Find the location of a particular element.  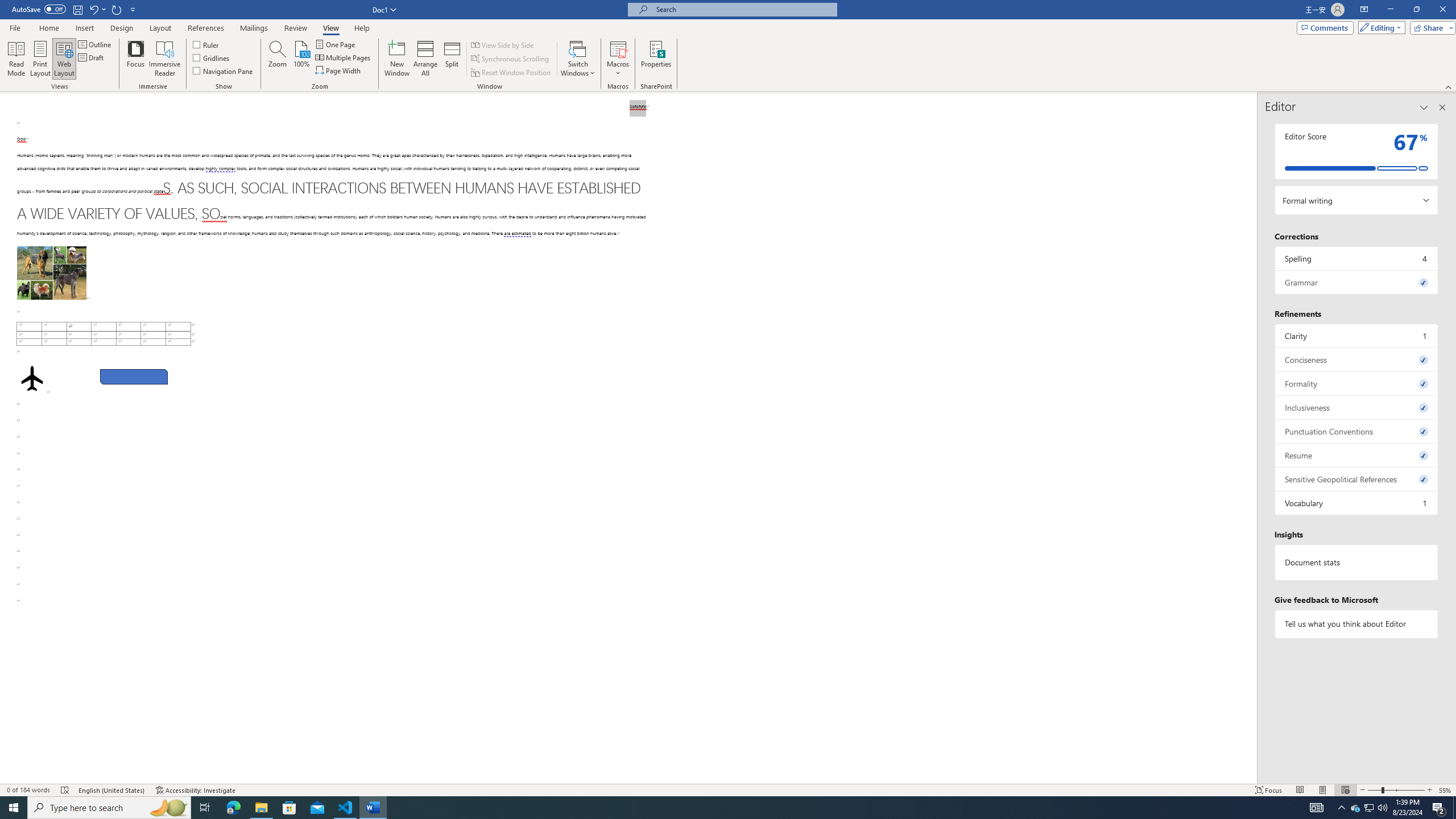

'Clarity, 1 issue. Press space or enter to review items.' is located at coordinates (1356, 335).